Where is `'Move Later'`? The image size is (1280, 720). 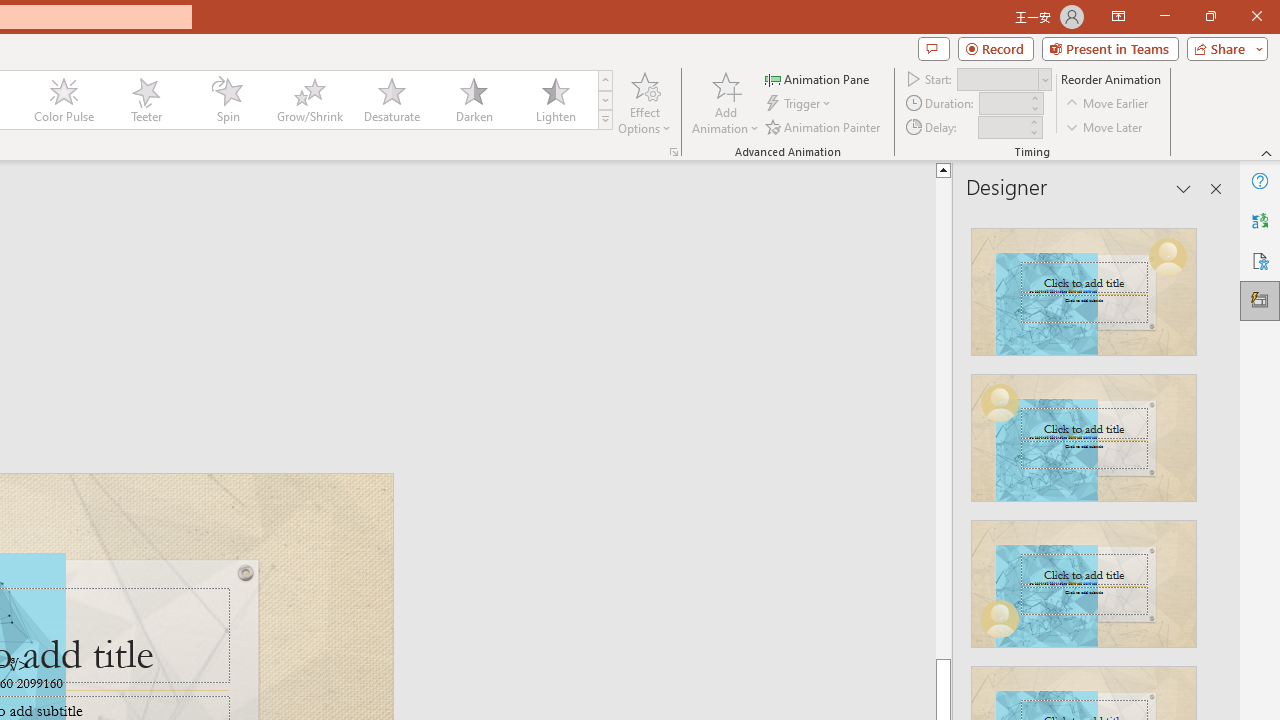 'Move Later' is located at coordinates (1104, 127).